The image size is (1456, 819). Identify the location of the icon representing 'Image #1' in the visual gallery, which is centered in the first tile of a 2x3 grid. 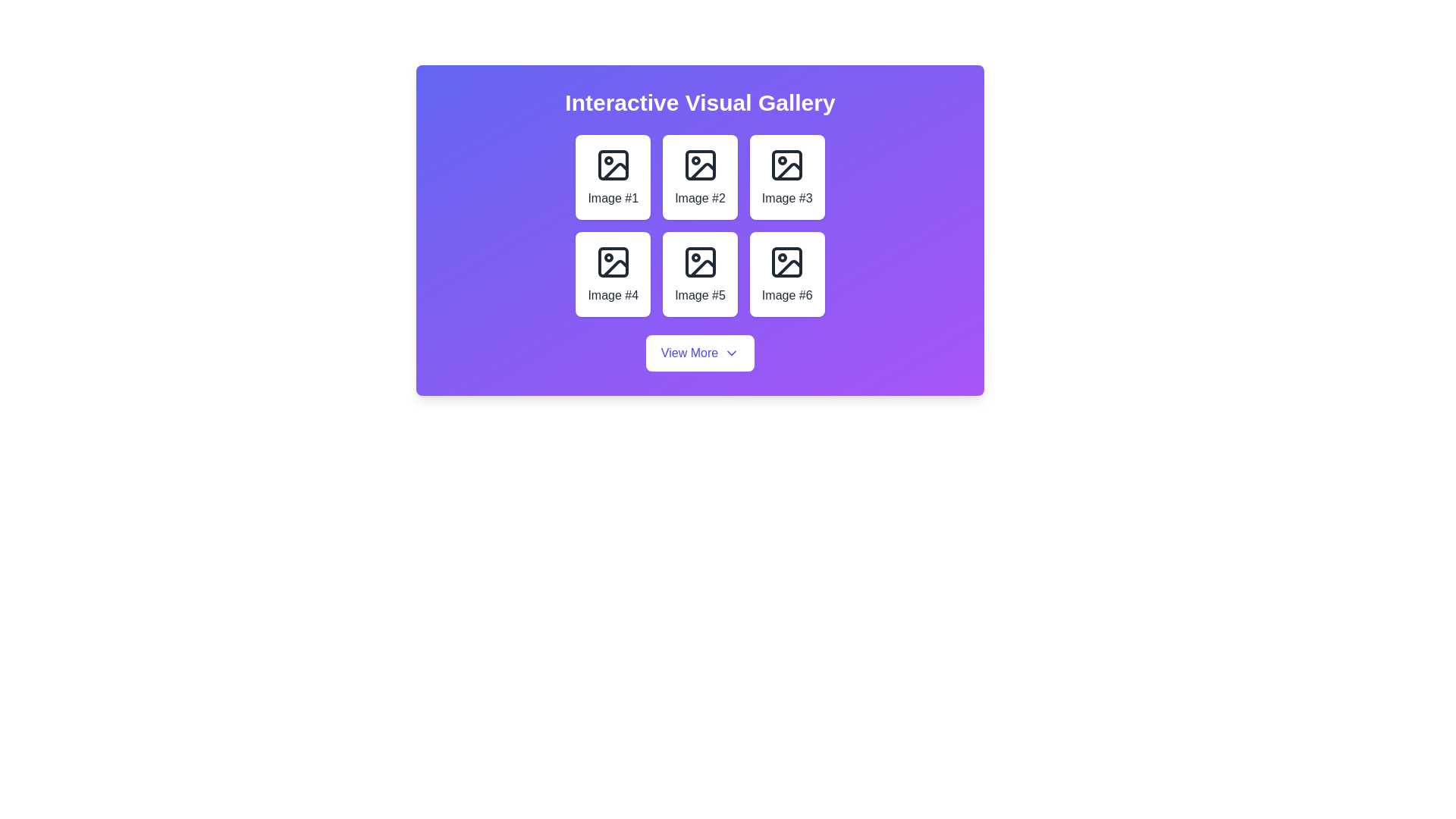
(613, 165).